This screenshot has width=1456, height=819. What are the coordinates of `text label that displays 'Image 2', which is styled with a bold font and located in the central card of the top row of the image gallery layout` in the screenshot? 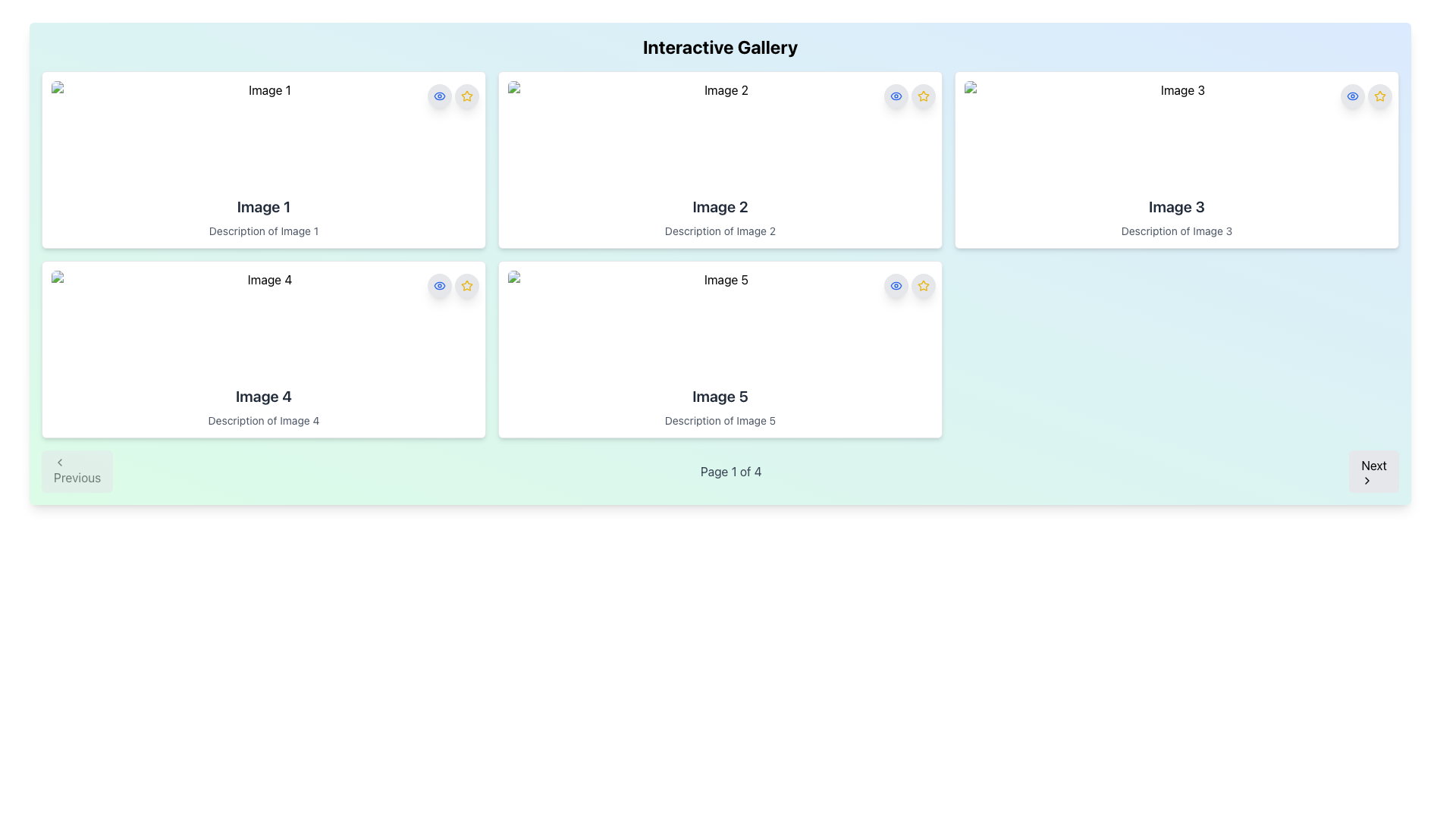 It's located at (720, 207).